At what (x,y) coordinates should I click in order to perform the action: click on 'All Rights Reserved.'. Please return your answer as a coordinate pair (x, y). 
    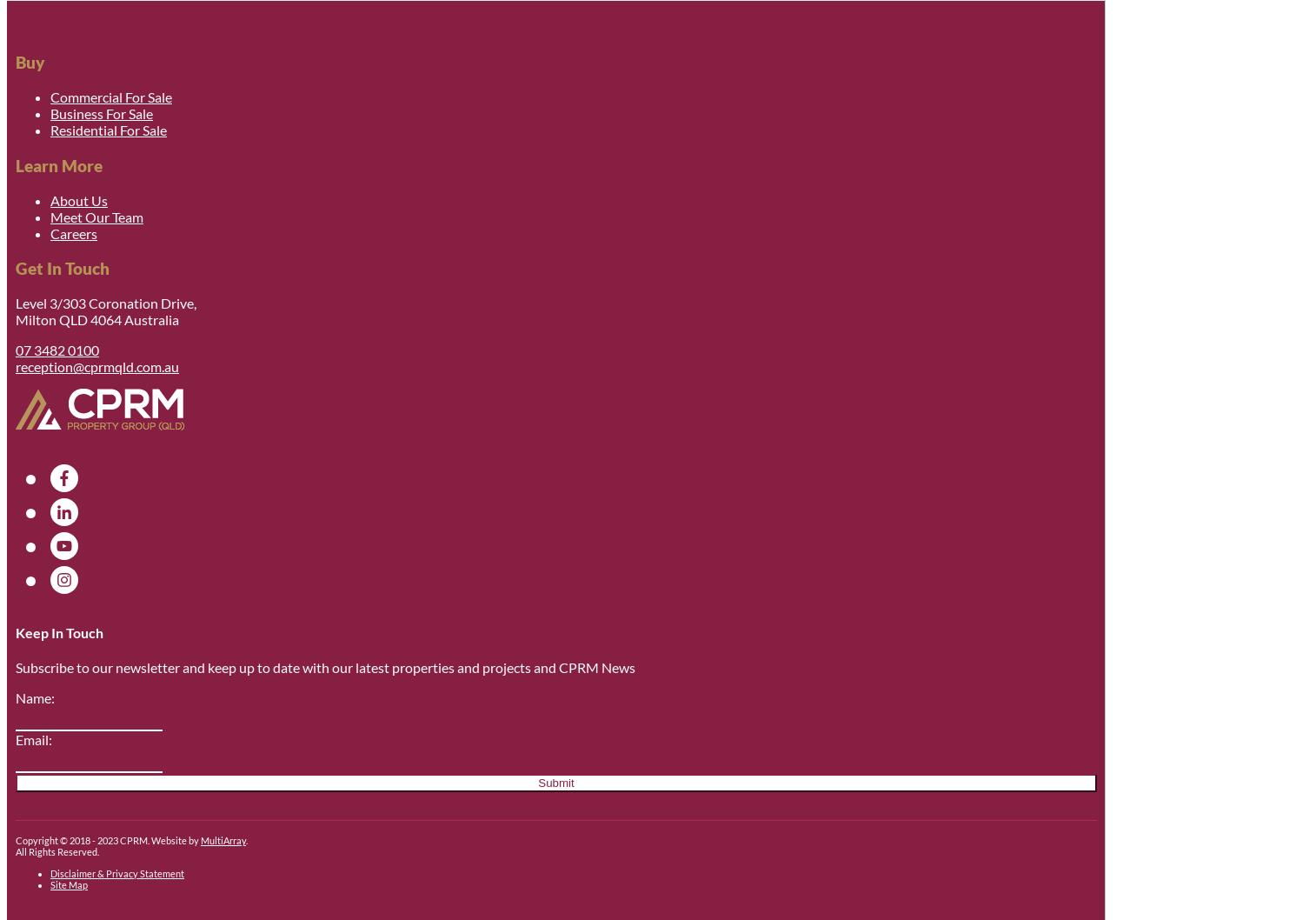
    Looking at the image, I should click on (15, 850).